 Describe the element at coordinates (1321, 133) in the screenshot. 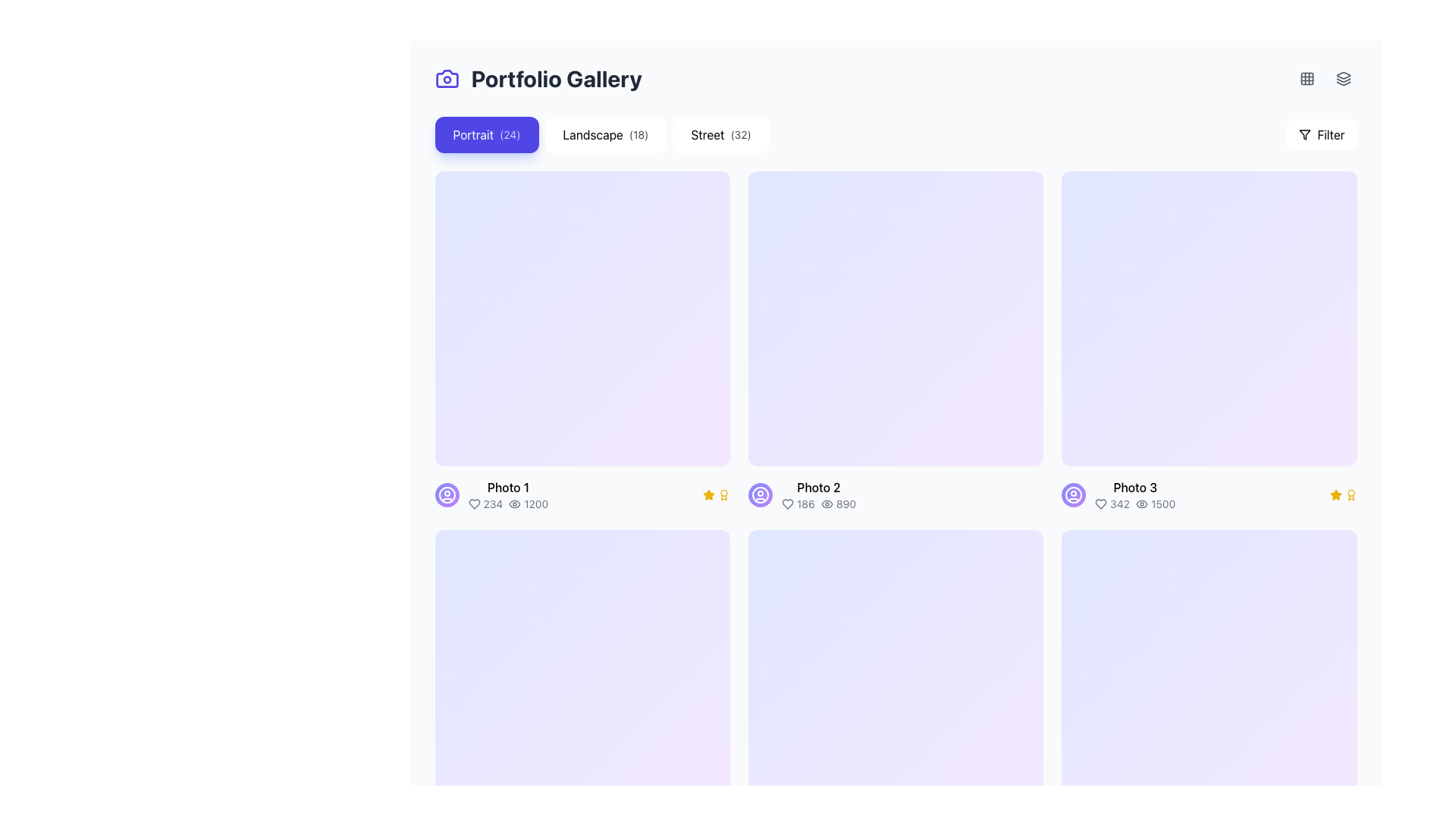

I see `the 'Filter' button, which features a funnel icon and is located in the top-right corner of the interface` at that location.